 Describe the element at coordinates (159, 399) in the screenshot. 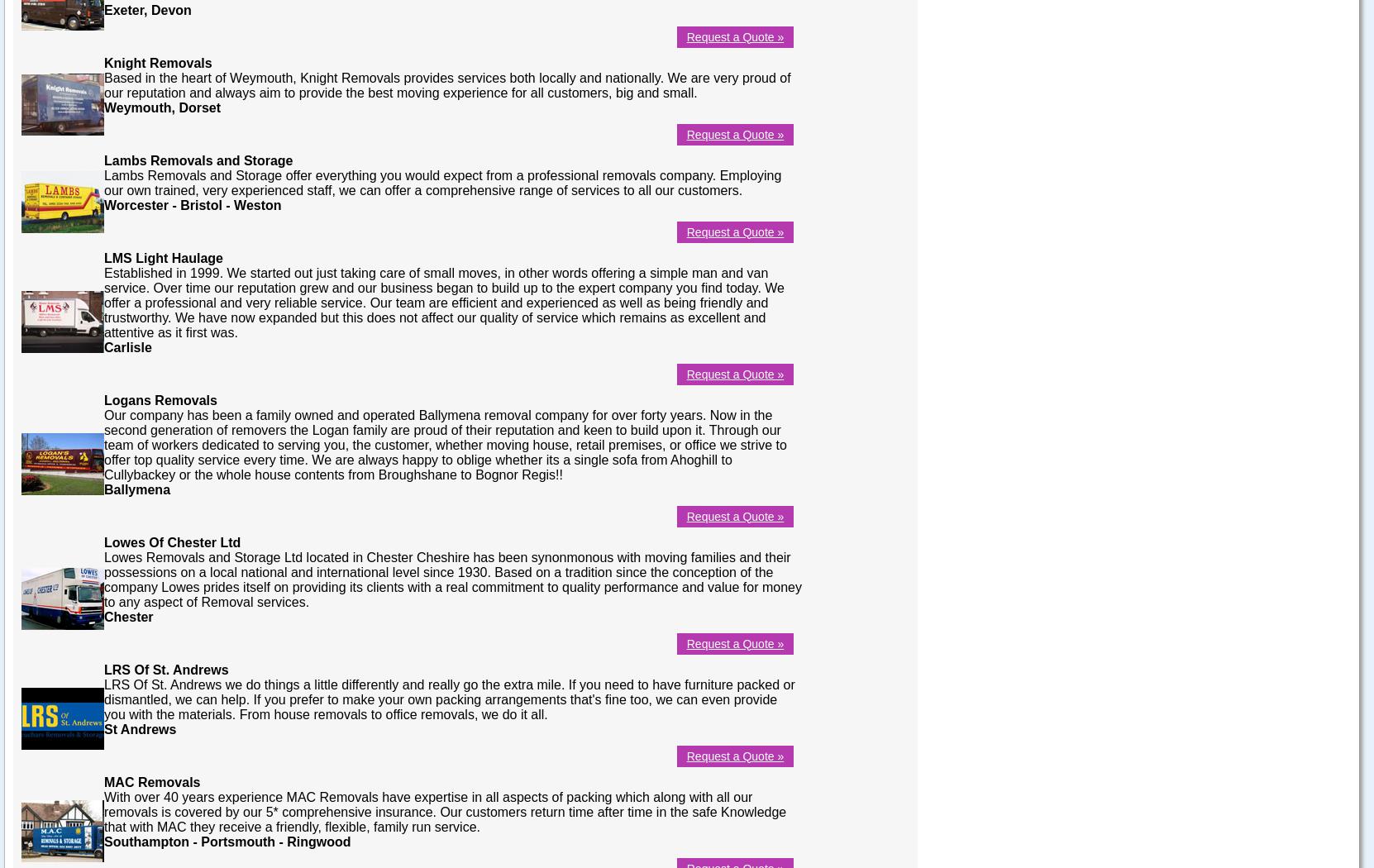

I see `'Logans Removals'` at that location.